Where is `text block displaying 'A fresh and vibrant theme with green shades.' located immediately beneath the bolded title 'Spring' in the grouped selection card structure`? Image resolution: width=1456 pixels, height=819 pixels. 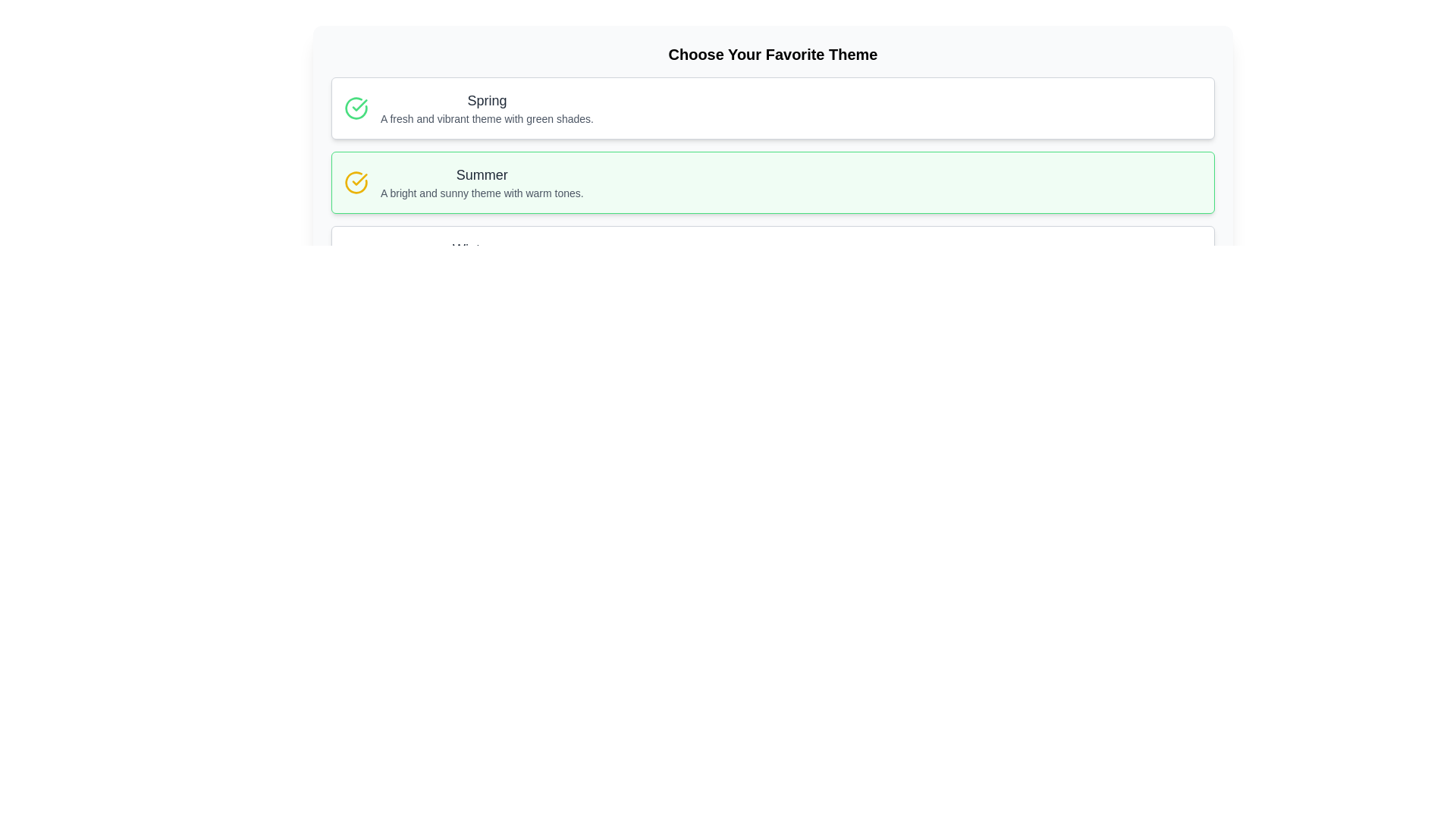
text block displaying 'A fresh and vibrant theme with green shades.' located immediately beneath the bolded title 'Spring' in the grouped selection card structure is located at coordinates (487, 118).